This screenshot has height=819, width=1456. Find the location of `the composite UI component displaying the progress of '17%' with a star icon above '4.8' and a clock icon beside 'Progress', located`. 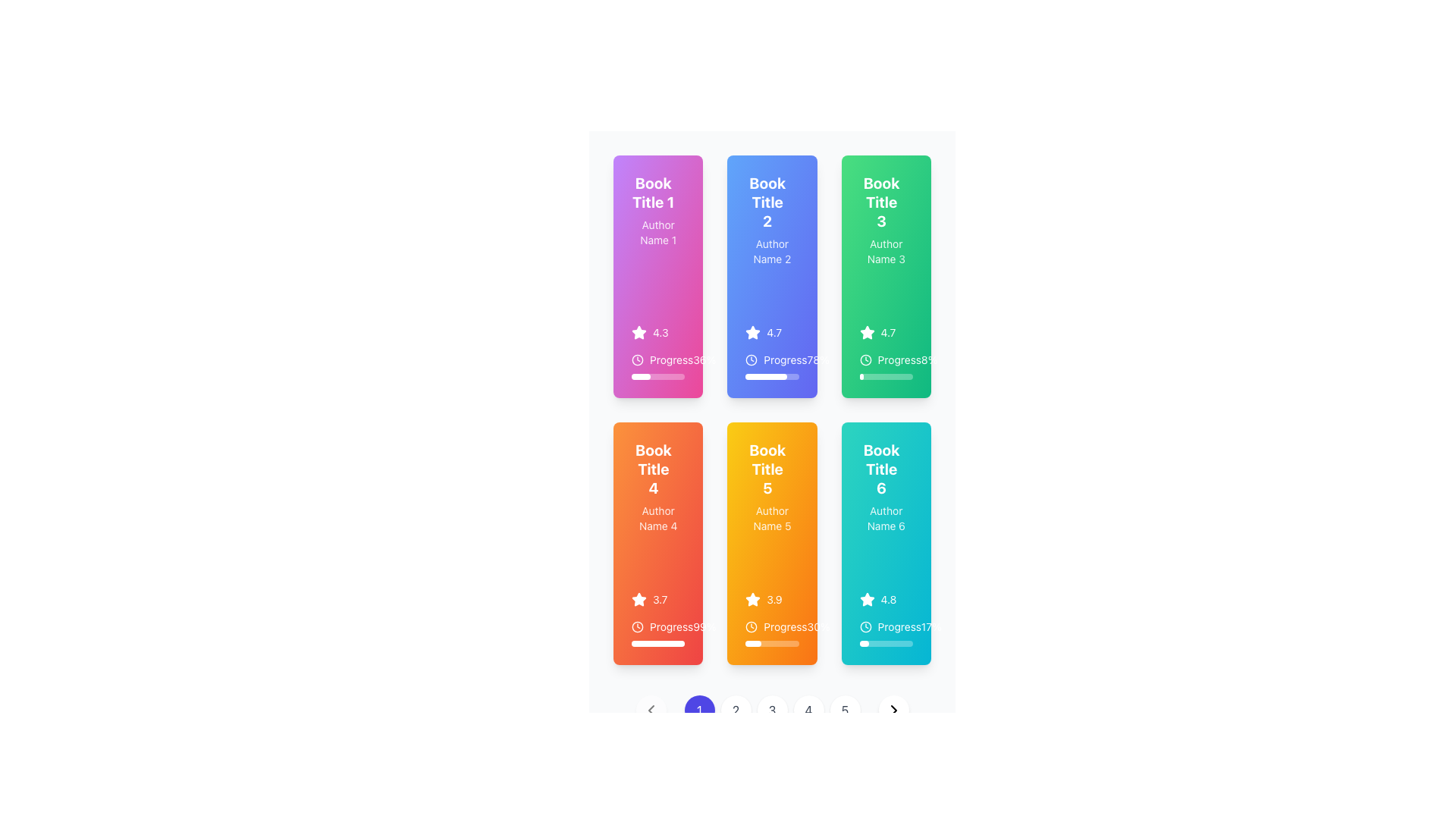

the composite UI component displaying the progress of '17%' with a star icon above '4.8' and a clock icon beside 'Progress', located is located at coordinates (886, 620).